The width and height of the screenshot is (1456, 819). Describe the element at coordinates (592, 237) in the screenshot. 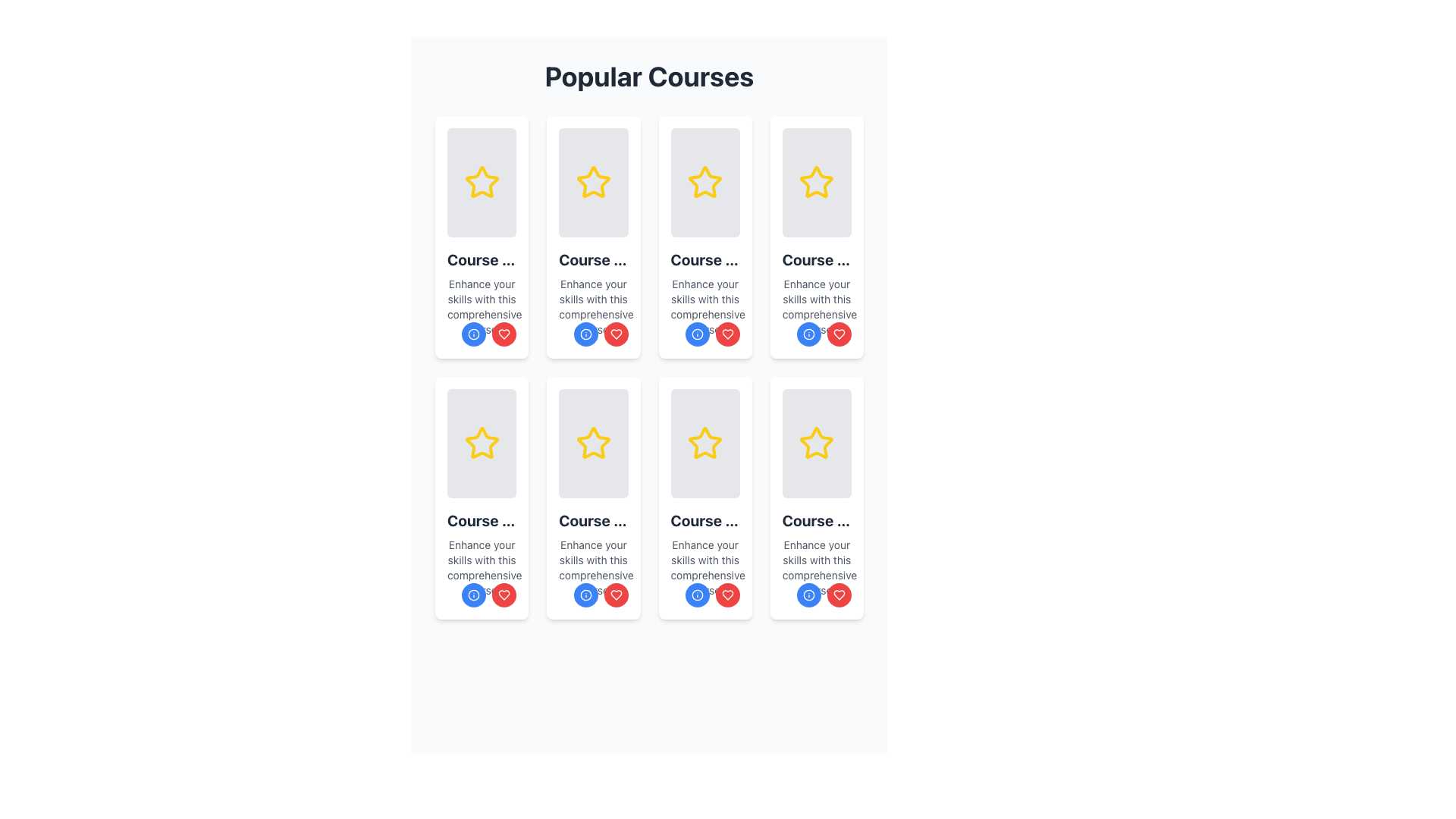

I see `the interactive course card located in the second column of the upper row, which displays course-related information and allows users to save it as a favorite or get more information` at that location.